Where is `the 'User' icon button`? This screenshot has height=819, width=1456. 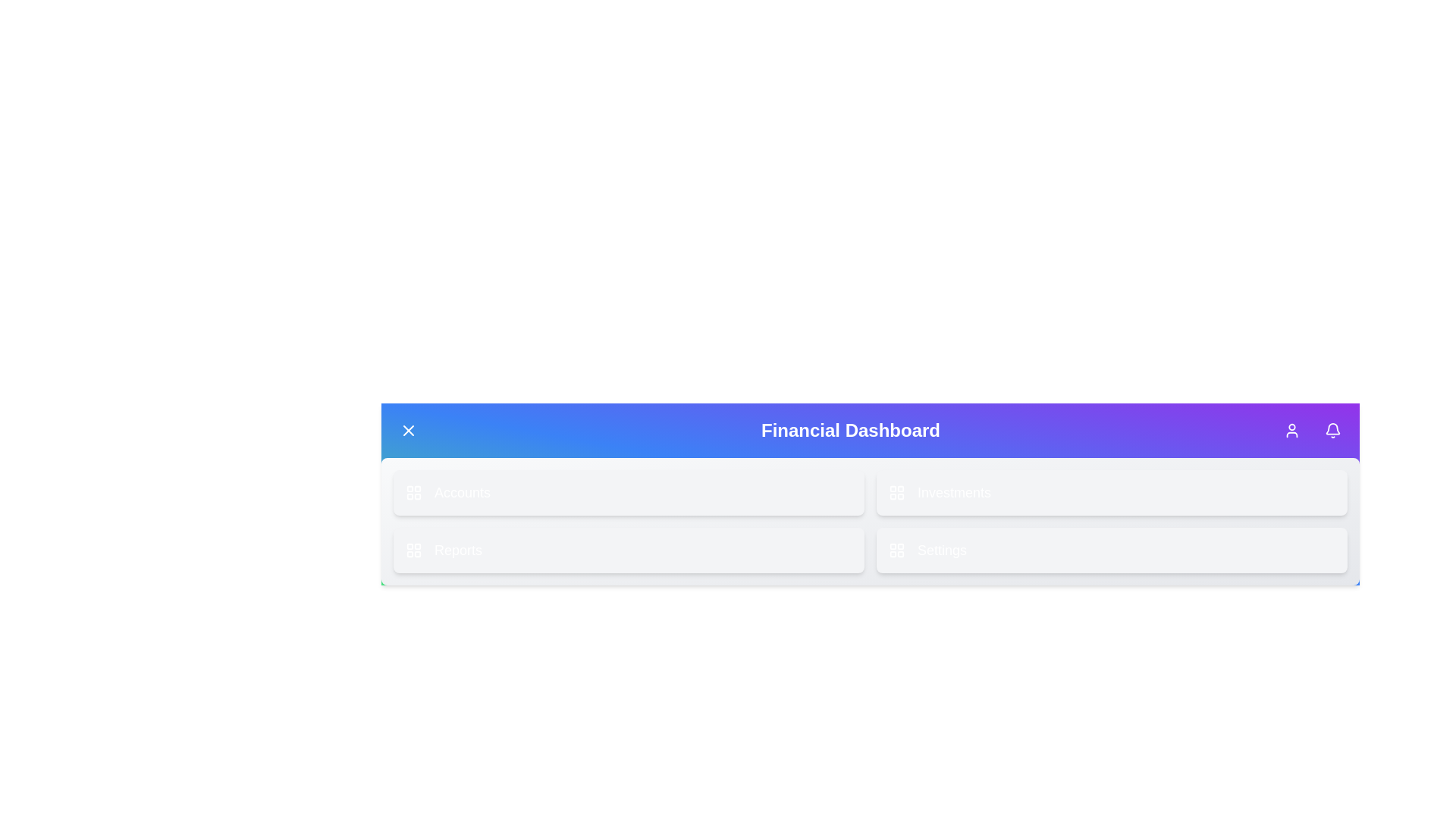 the 'User' icon button is located at coordinates (1291, 430).